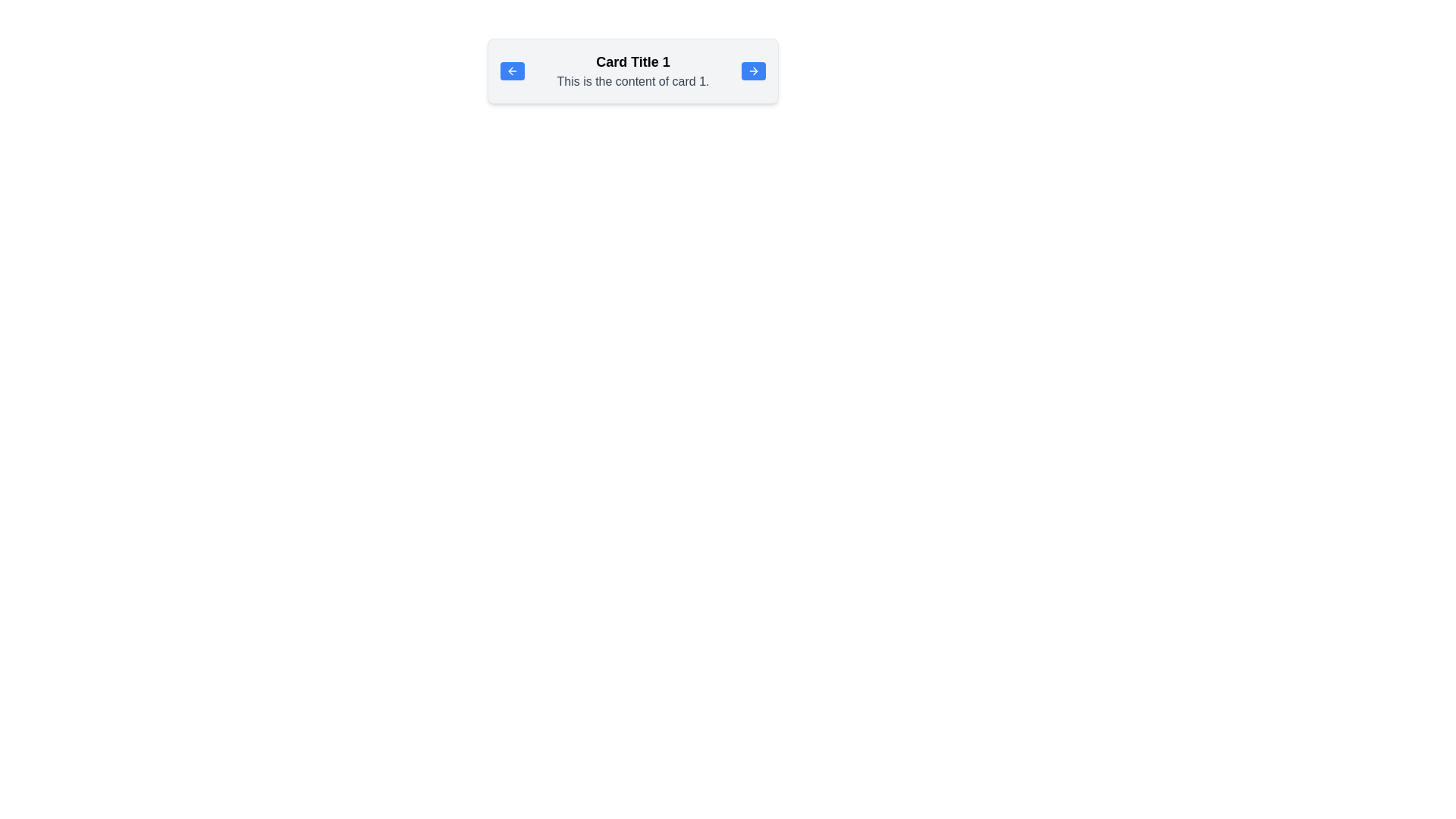 Image resolution: width=1456 pixels, height=819 pixels. Describe the element at coordinates (753, 71) in the screenshot. I see `the button with rounded corners, blue background, and white text that indicates forward navigation` at that location.